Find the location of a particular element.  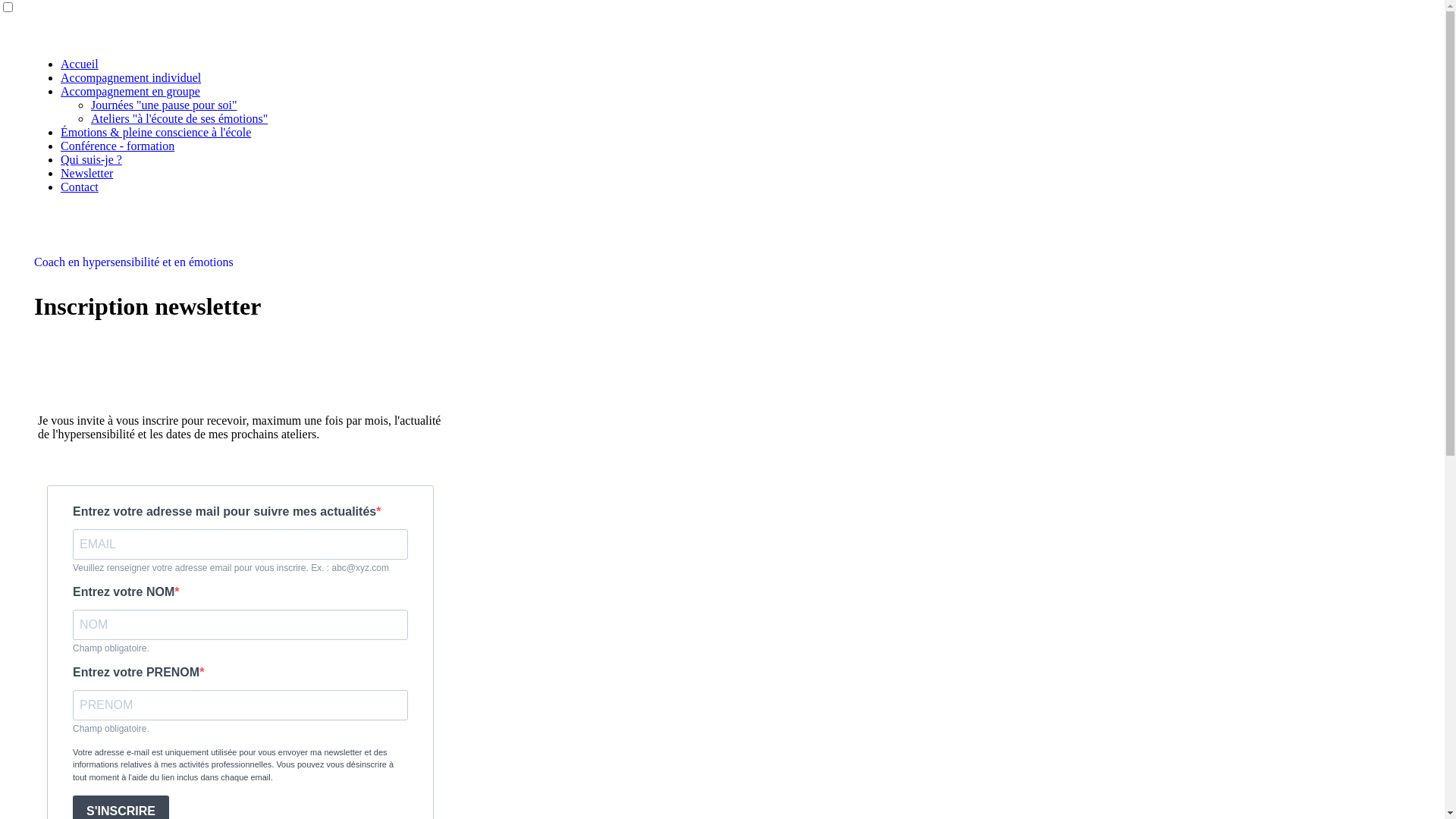

'Contact' is located at coordinates (79, 186).